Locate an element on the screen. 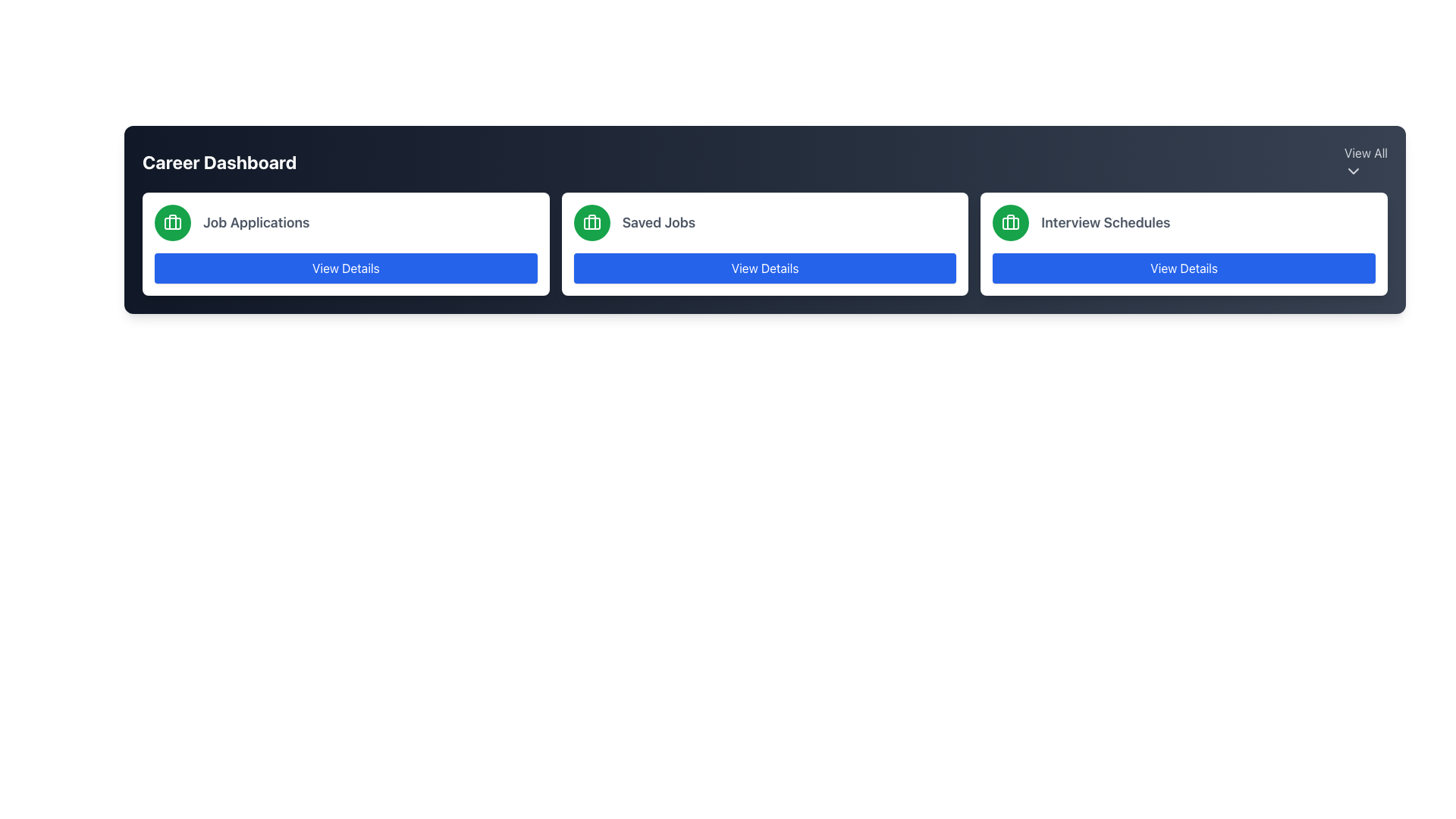 Image resolution: width=1456 pixels, height=819 pixels. the 'Job Applications' icon located in the top-left corner of the 'Job Applications' block, which serves as a decorative symbol for job applications is located at coordinates (172, 222).